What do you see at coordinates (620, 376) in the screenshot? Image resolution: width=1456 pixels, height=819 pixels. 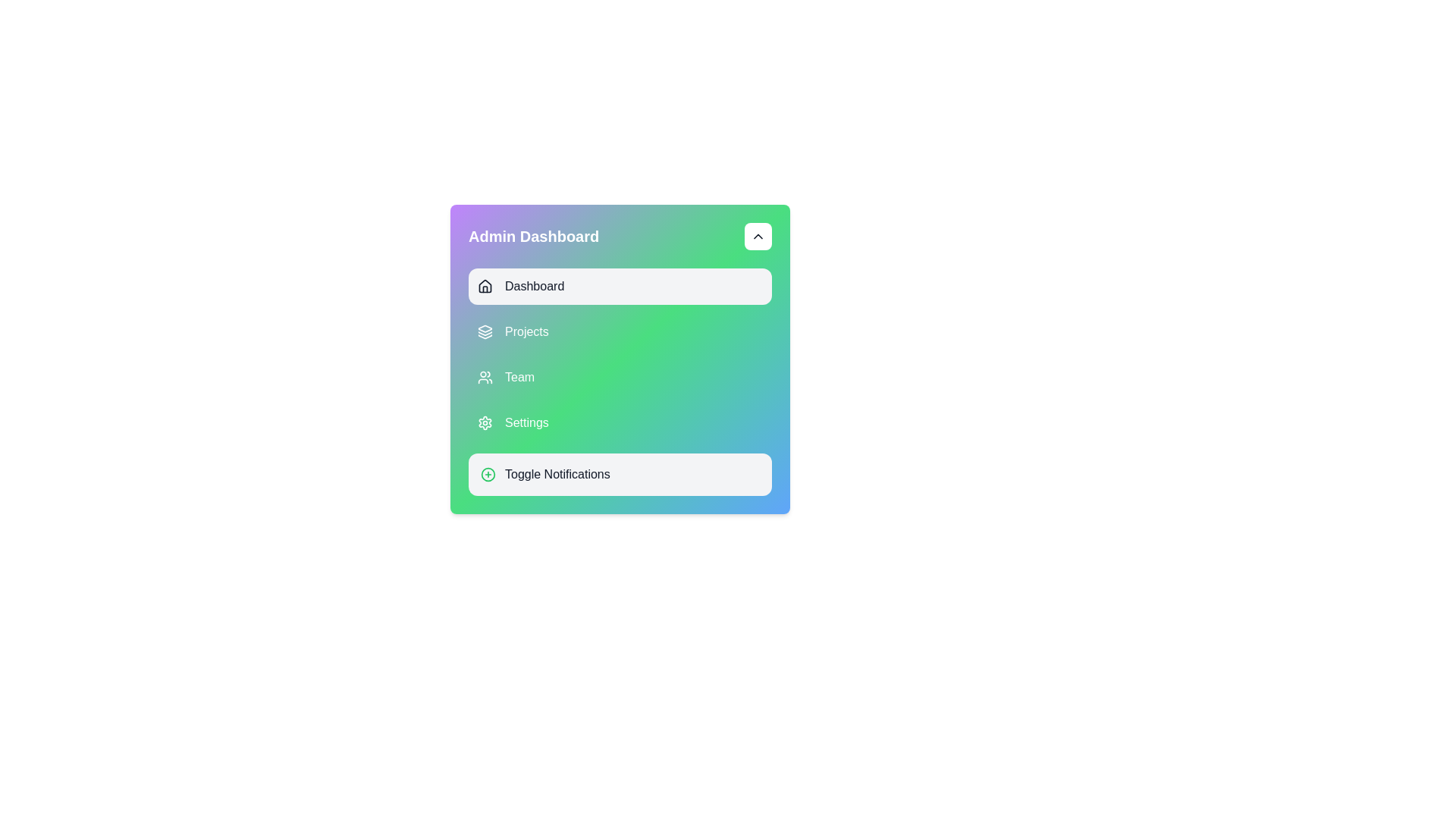 I see `the 'Team' navigation button, which is the third item` at bounding box center [620, 376].